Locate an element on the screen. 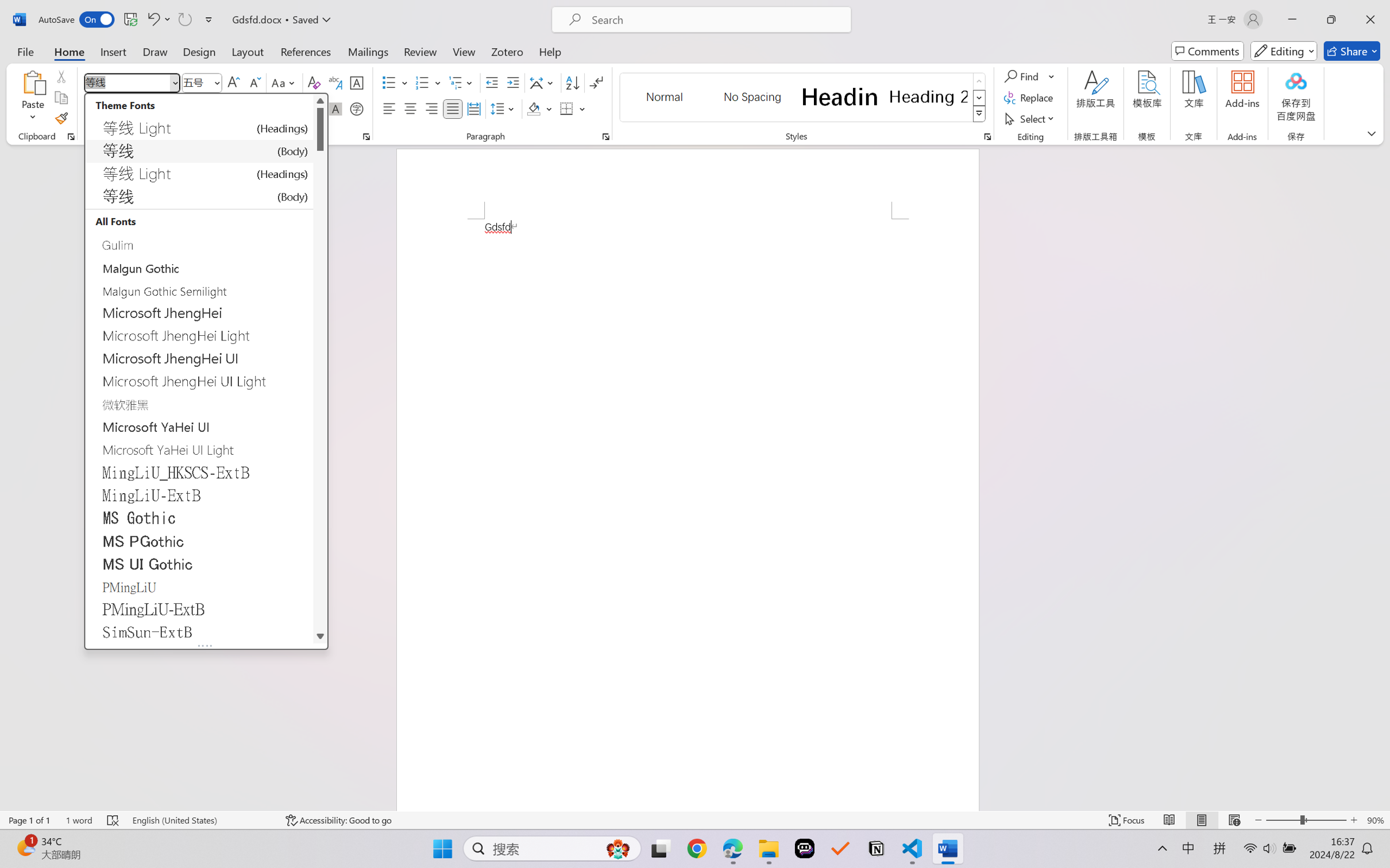 This screenshot has height=868, width=1390. 'Grow Font' is located at coordinates (233, 83).